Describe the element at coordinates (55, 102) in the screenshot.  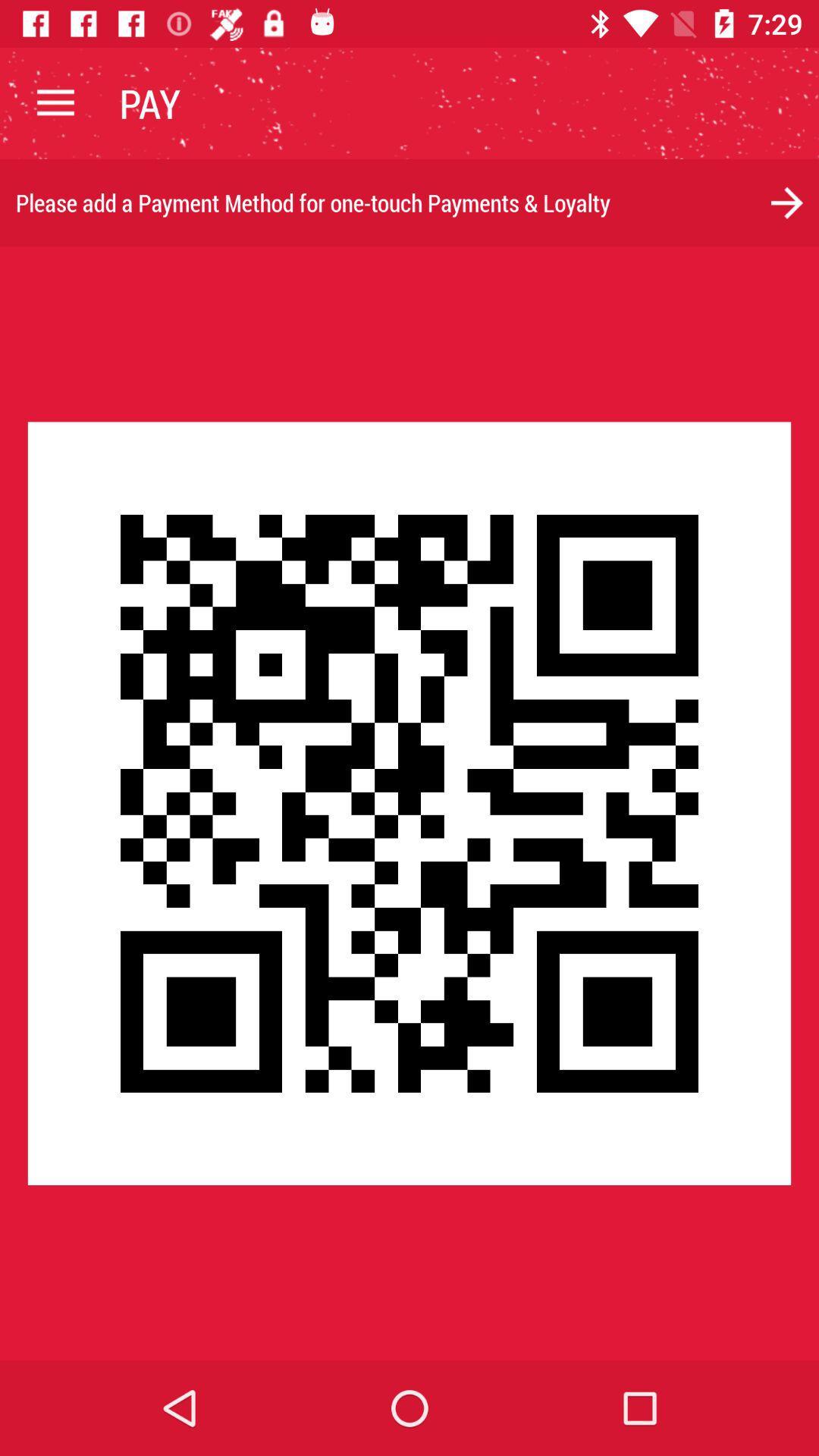
I see `icon to the left of pay` at that location.